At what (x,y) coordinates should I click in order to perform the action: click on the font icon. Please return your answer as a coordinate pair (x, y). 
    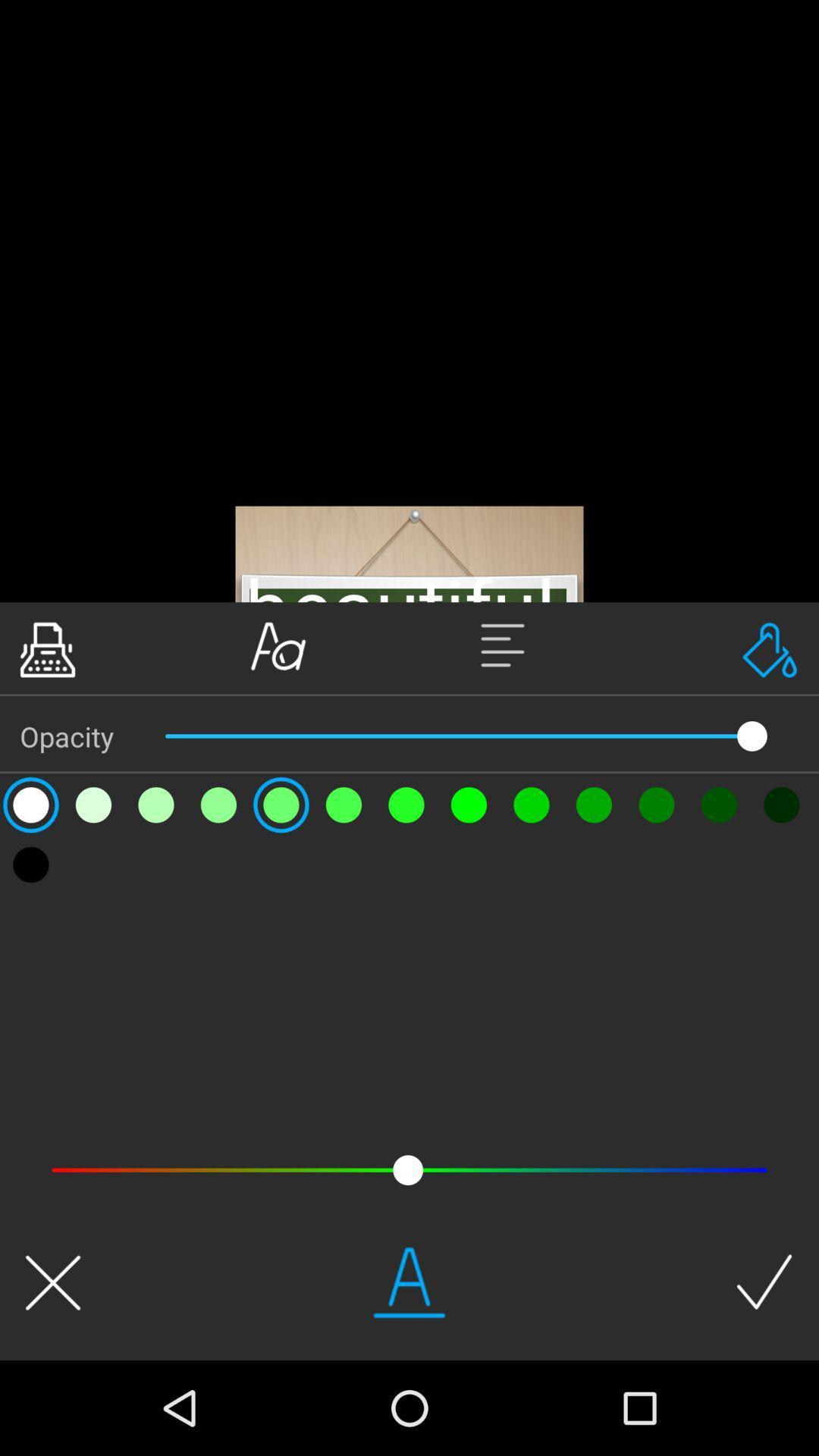
    Looking at the image, I should click on (278, 646).